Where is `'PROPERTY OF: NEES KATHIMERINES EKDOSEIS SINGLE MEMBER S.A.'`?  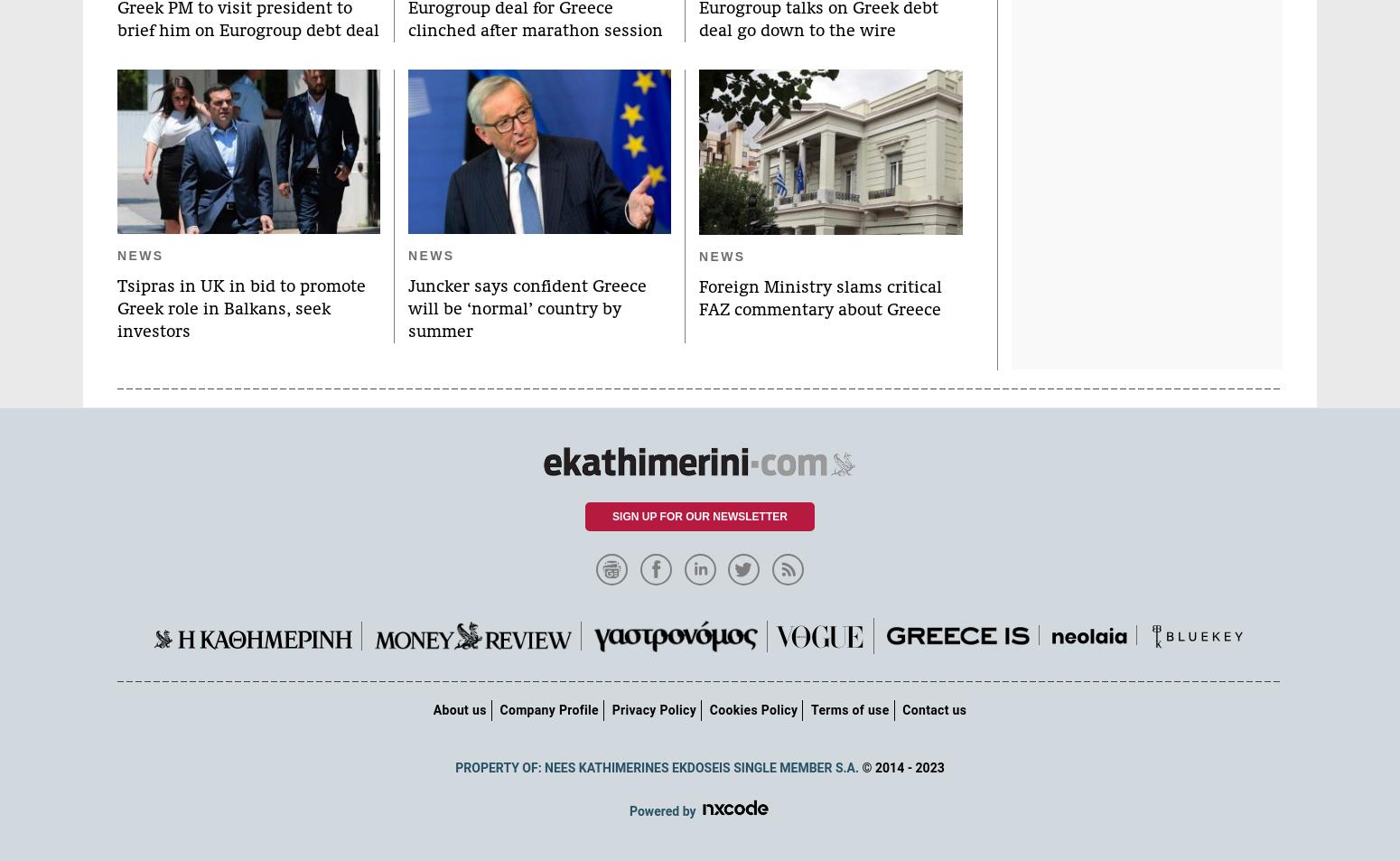
'PROPERTY OF: NEES KATHIMERINES EKDOSEIS SINGLE MEMBER S.A.' is located at coordinates (657, 767).